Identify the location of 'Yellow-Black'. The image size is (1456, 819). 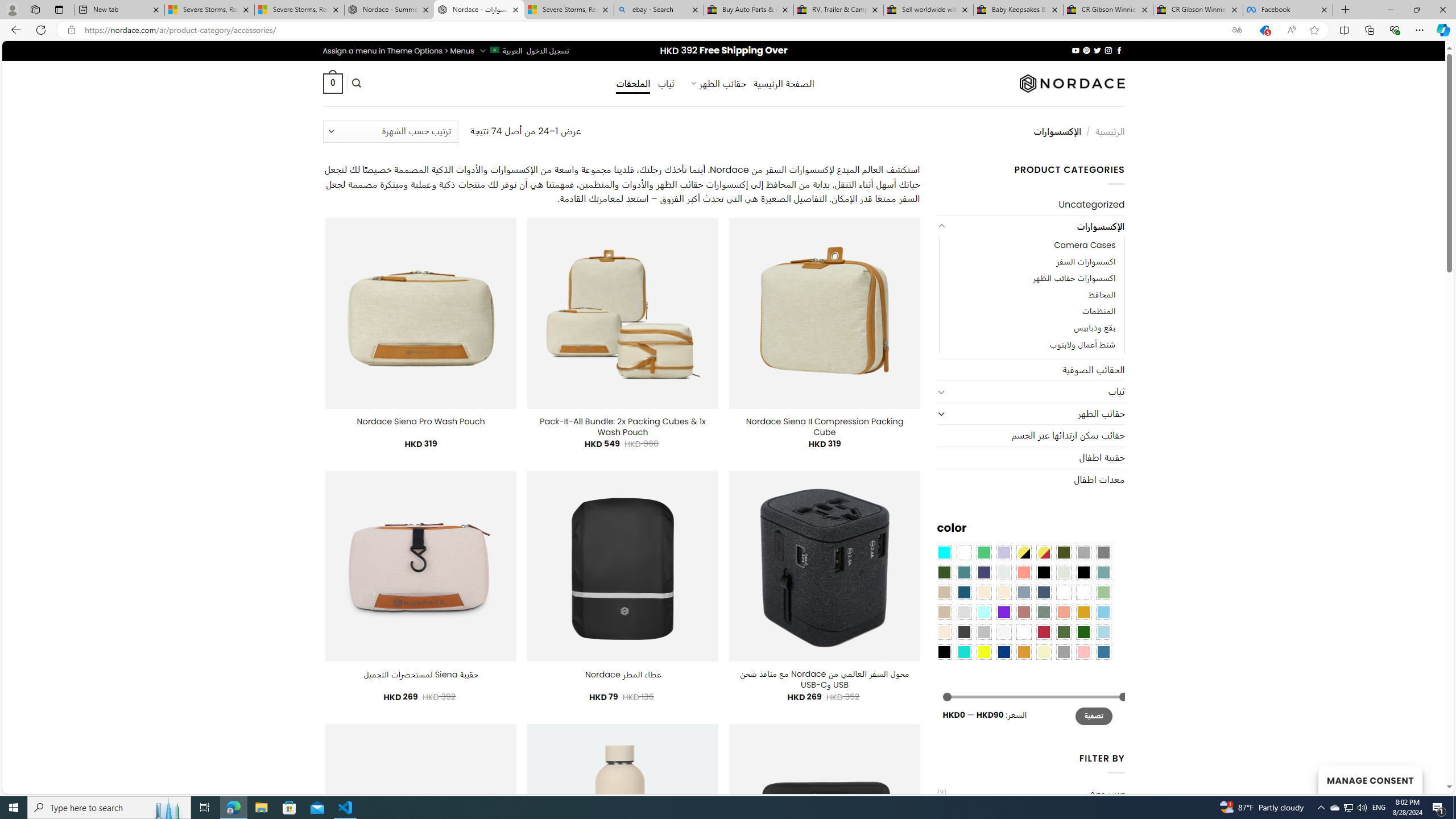
(1023, 551).